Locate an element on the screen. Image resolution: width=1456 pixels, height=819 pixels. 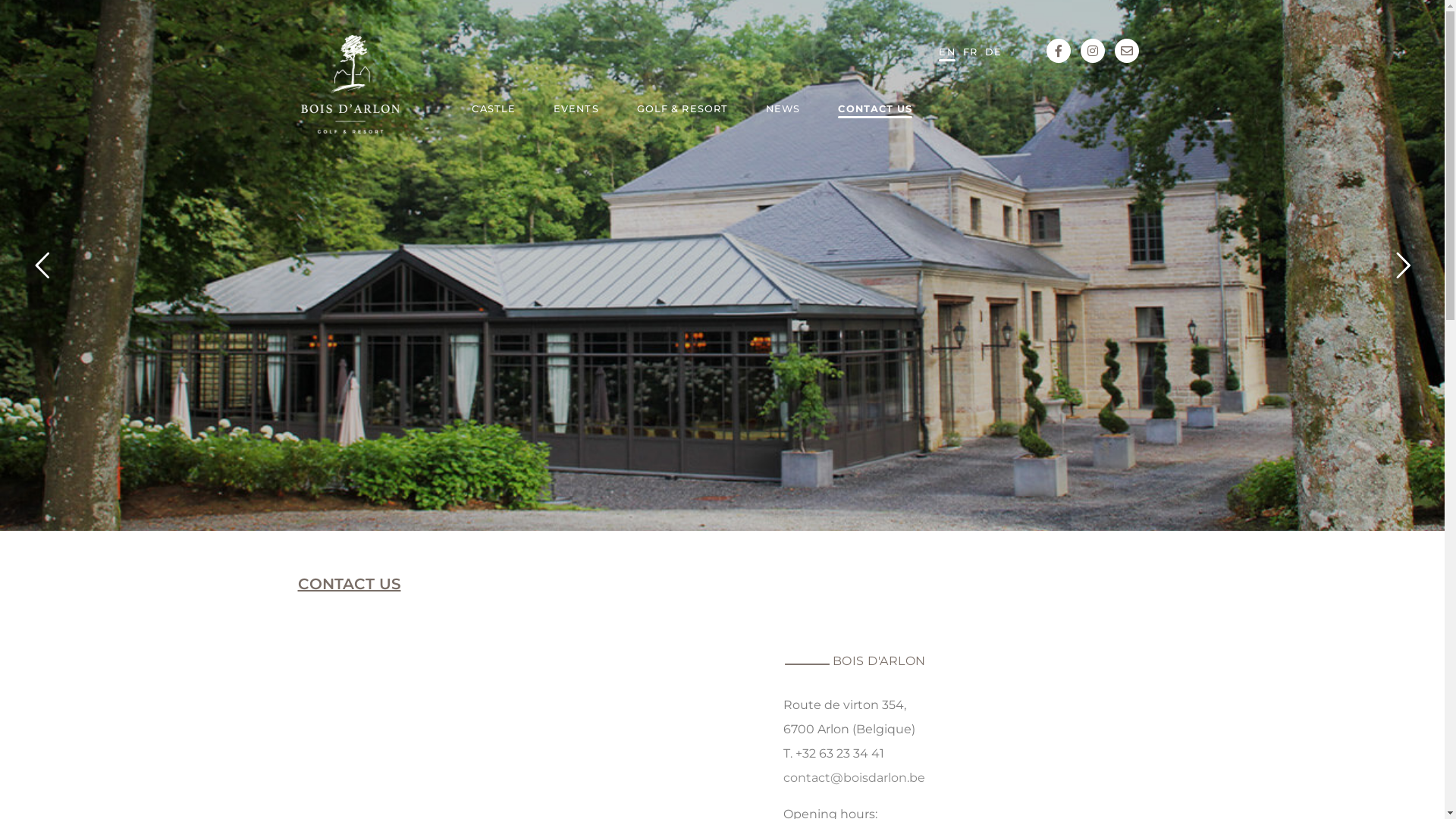
'CONTACT US' is located at coordinates (874, 110).